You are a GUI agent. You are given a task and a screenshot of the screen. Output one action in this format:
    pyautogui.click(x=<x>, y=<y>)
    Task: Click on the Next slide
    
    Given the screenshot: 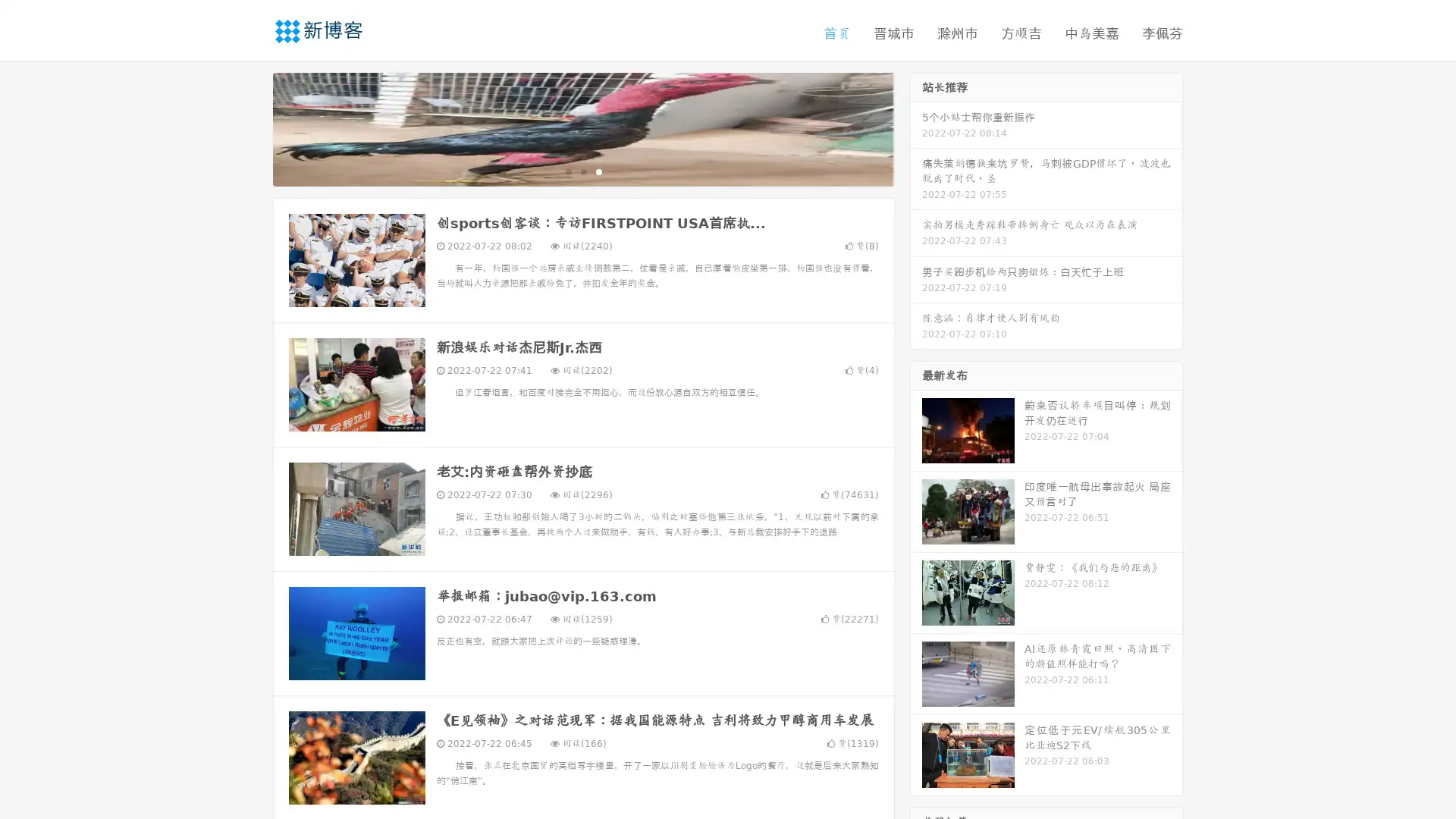 What is the action you would take?
    pyautogui.click(x=916, y=127)
    